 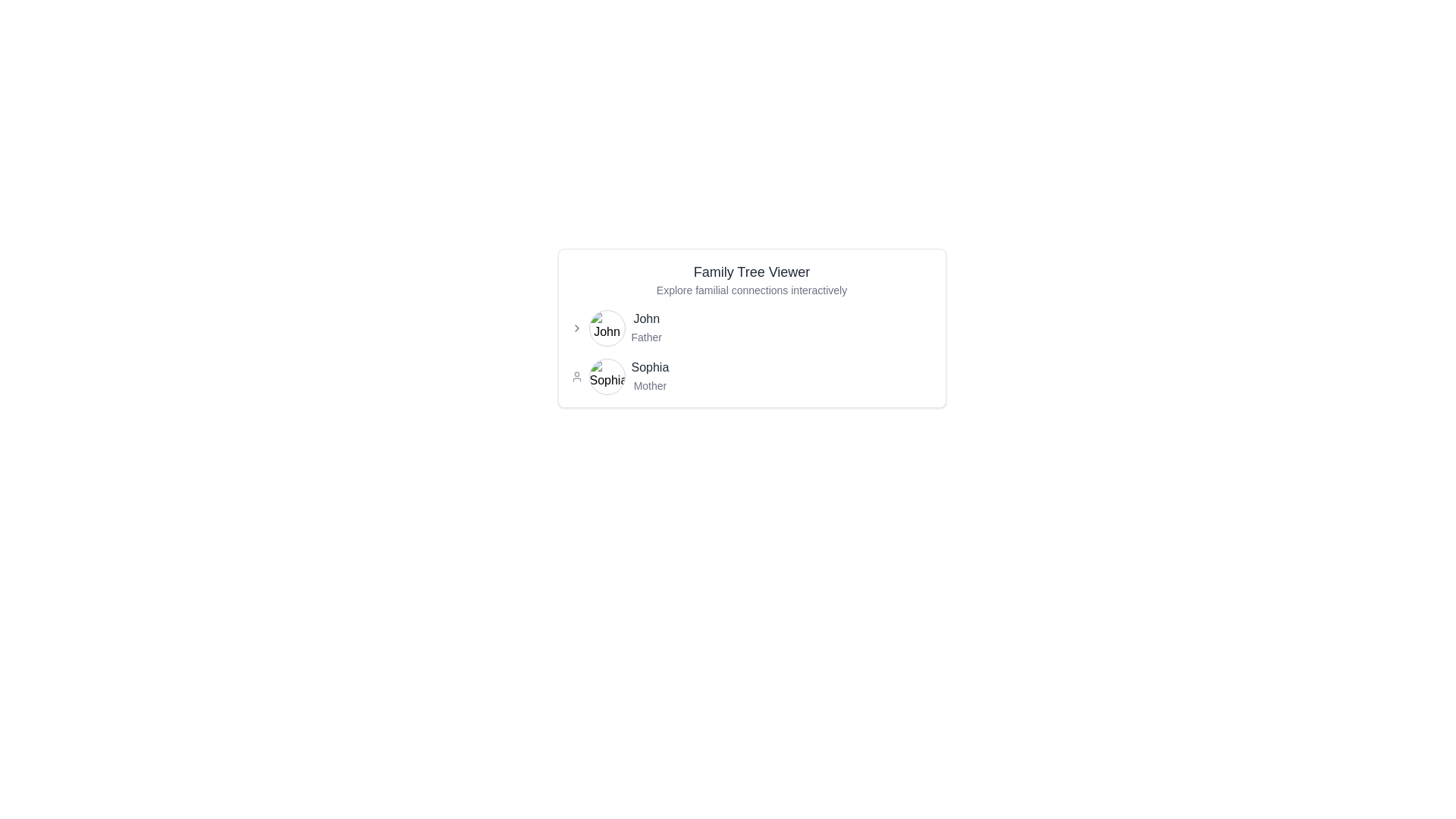 What do you see at coordinates (752, 376) in the screenshot?
I see `the Information display for 'Sophia', which shows her as 'Mother' in the family tree view, positioned below 'John' (Father)` at bounding box center [752, 376].